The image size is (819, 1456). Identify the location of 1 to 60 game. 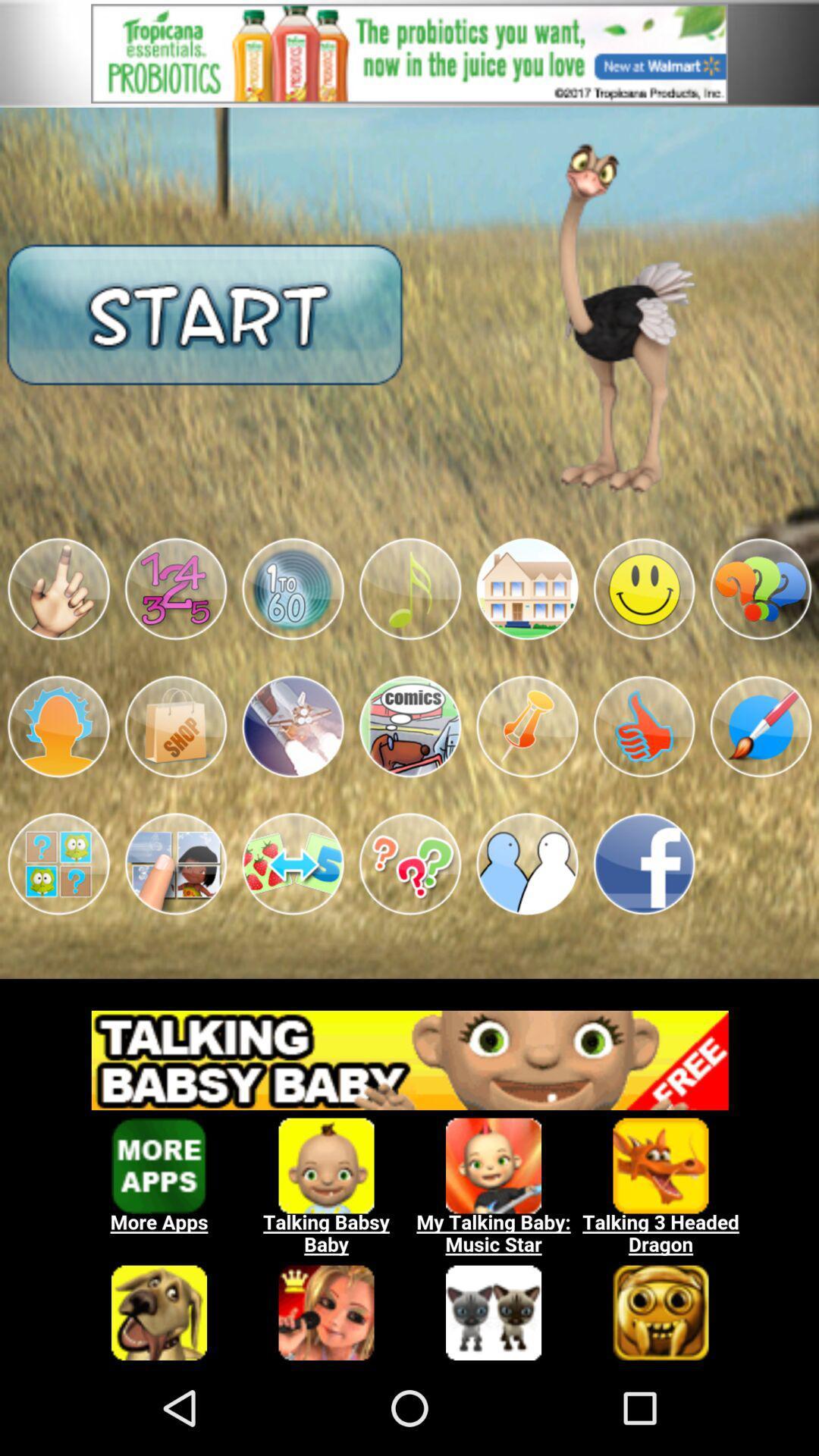
(293, 588).